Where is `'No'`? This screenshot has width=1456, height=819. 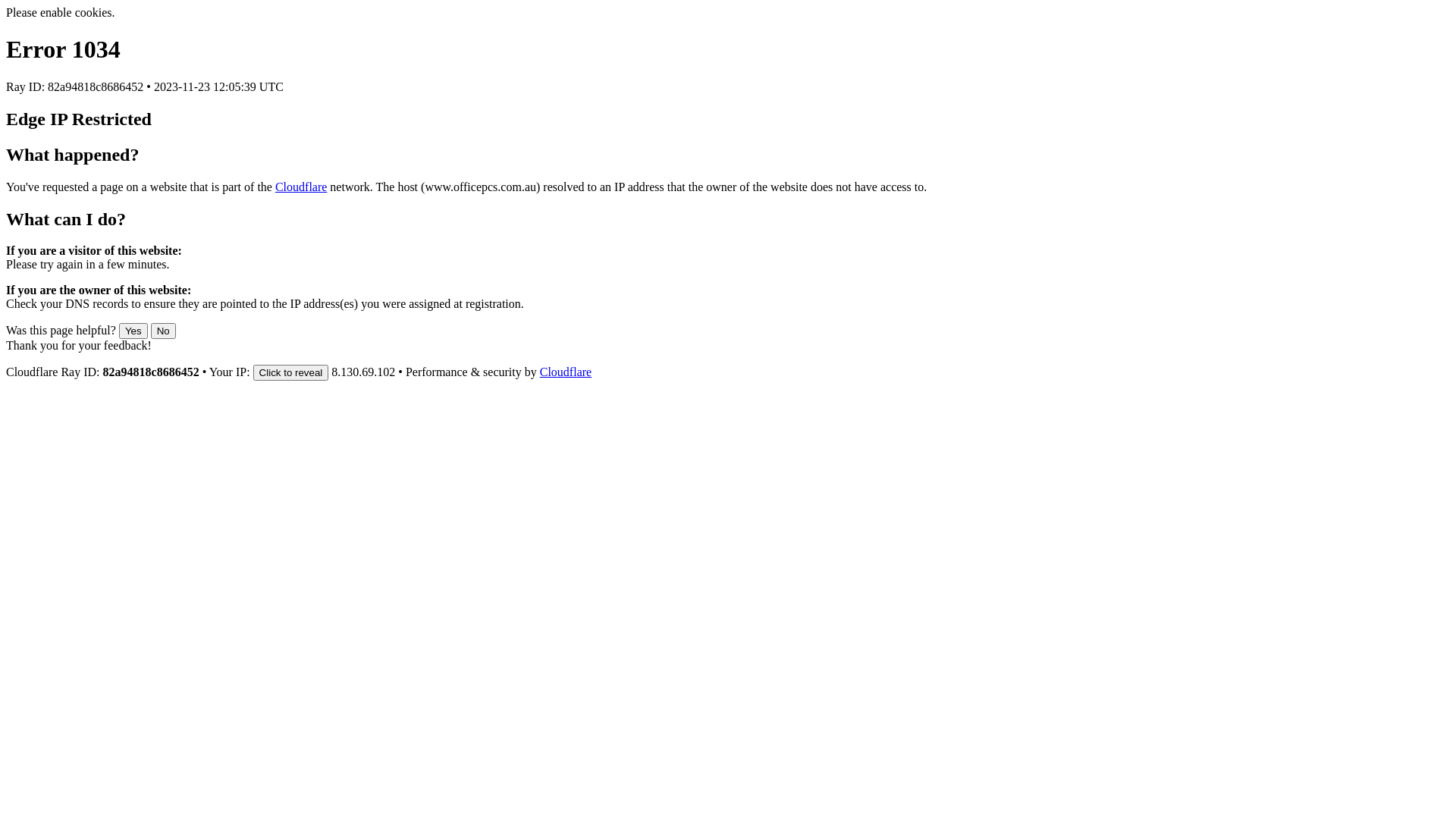
'No' is located at coordinates (163, 330).